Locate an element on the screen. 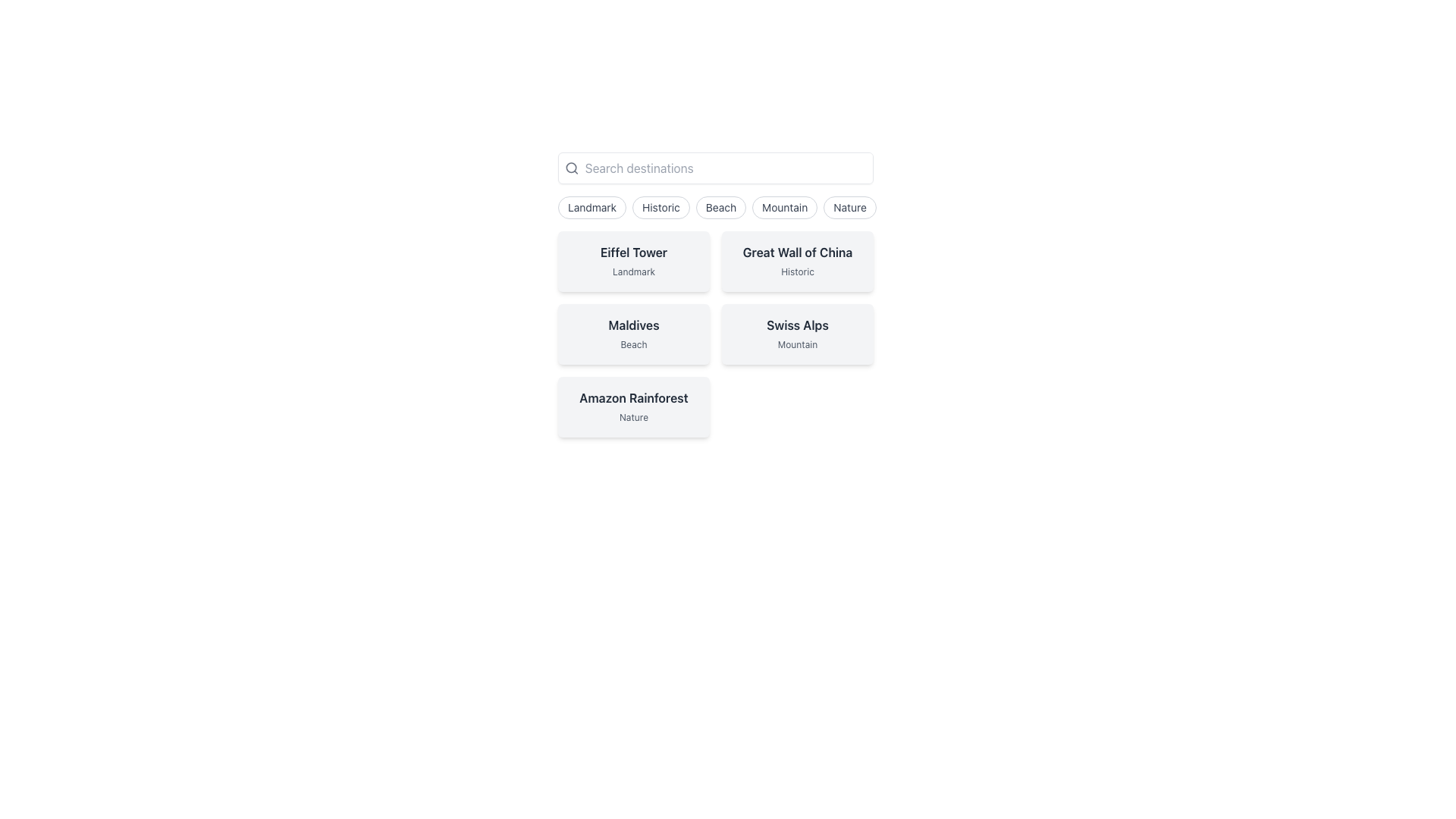 The image size is (1456, 819). the search icon located in the leftmost section of the horizontal search bar above the input field labeled 'Search destinations' to initiate a search is located at coordinates (571, 168).